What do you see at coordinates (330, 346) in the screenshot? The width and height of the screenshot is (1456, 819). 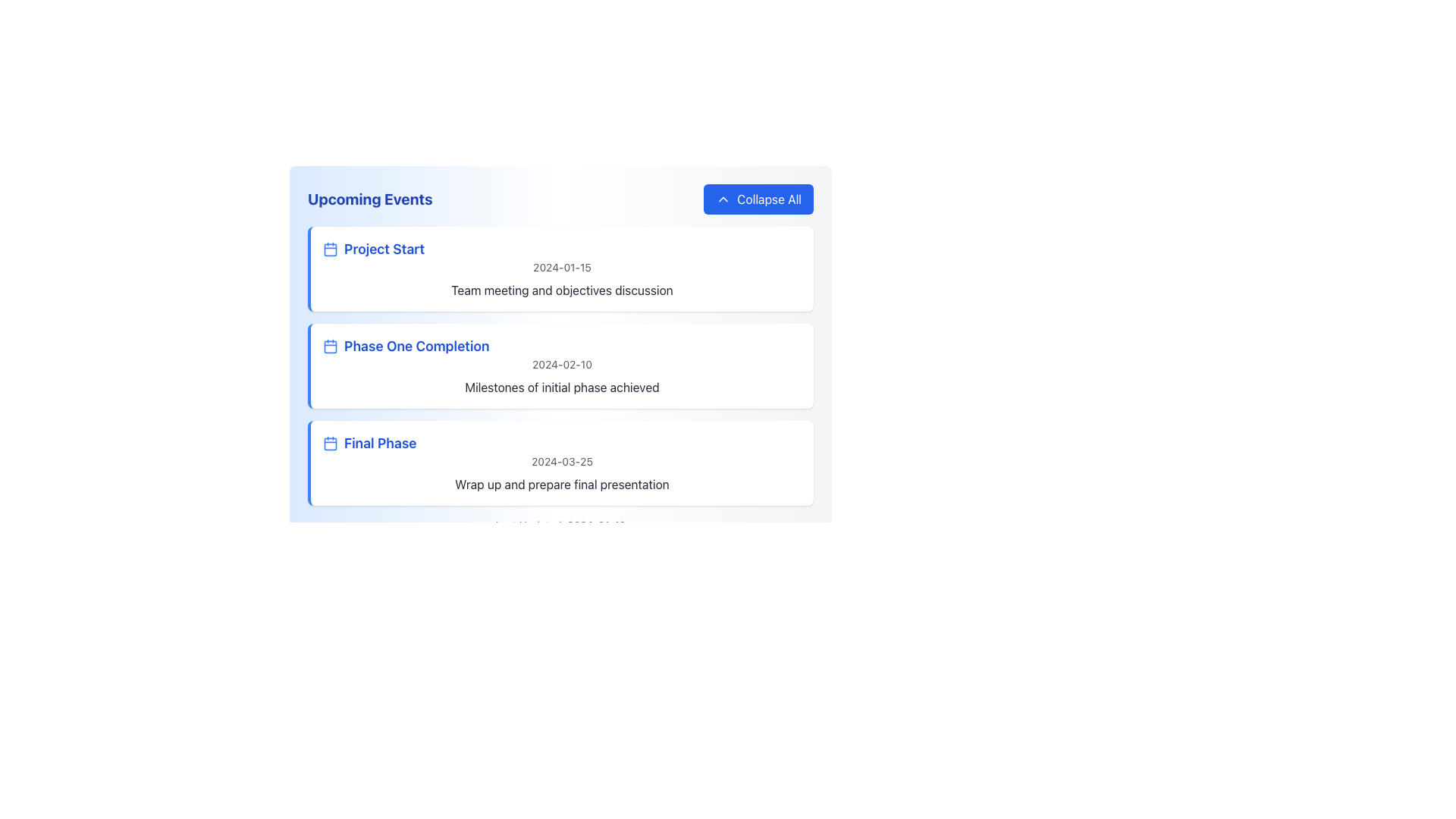 I see `the 'Phase One Completion' icon that serves as a visual indicator within the calendar-like graphic by moving the cursor to its center point` at bounding box center [330, 346].